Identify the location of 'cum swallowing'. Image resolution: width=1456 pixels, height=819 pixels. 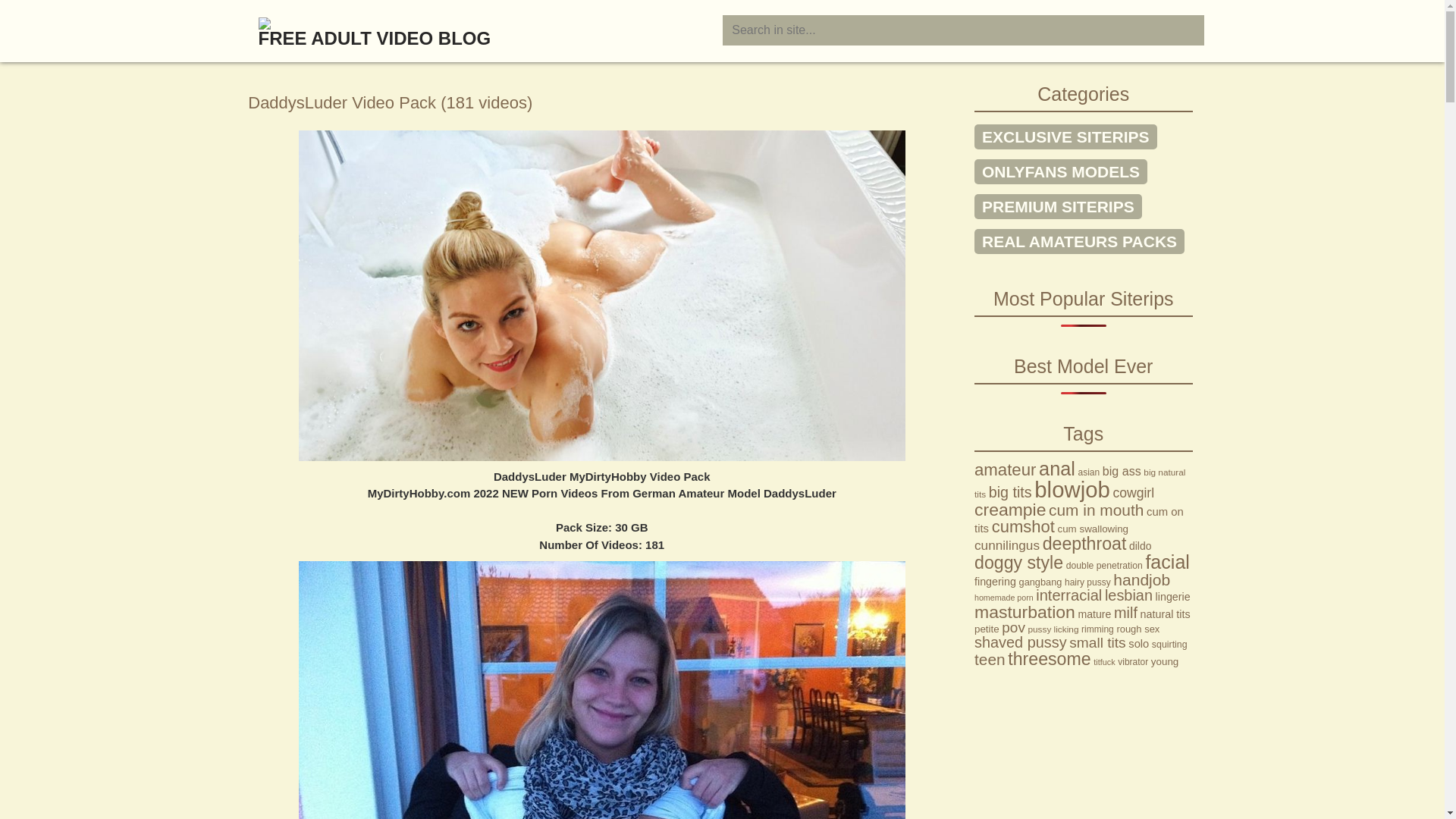
(1092, 528).